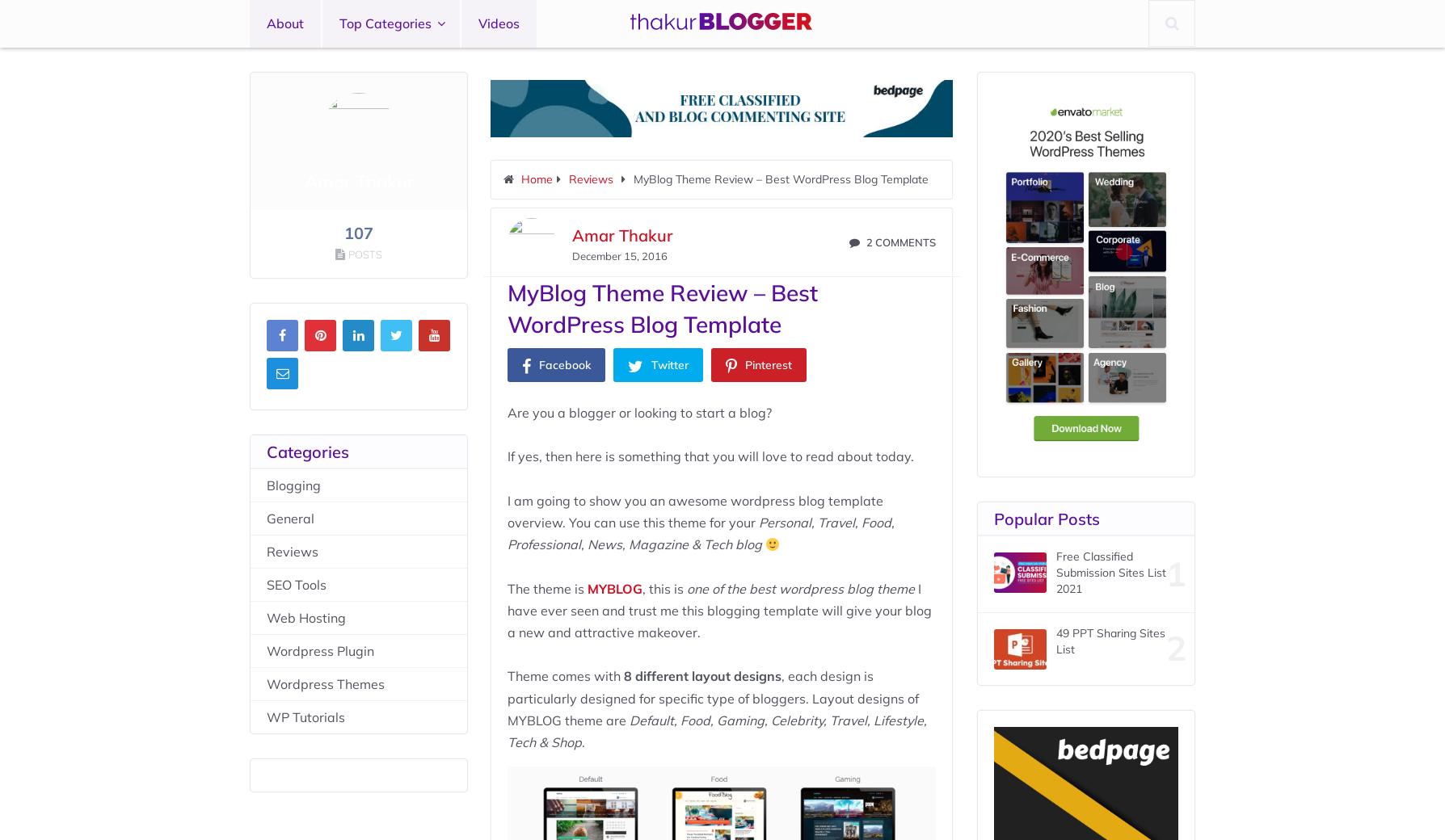 This screenshot has width=1445, height=840. What do you see at coordinates (581, 741) in the screenshot?
I see `'.'` at bounding box center [581, 741].